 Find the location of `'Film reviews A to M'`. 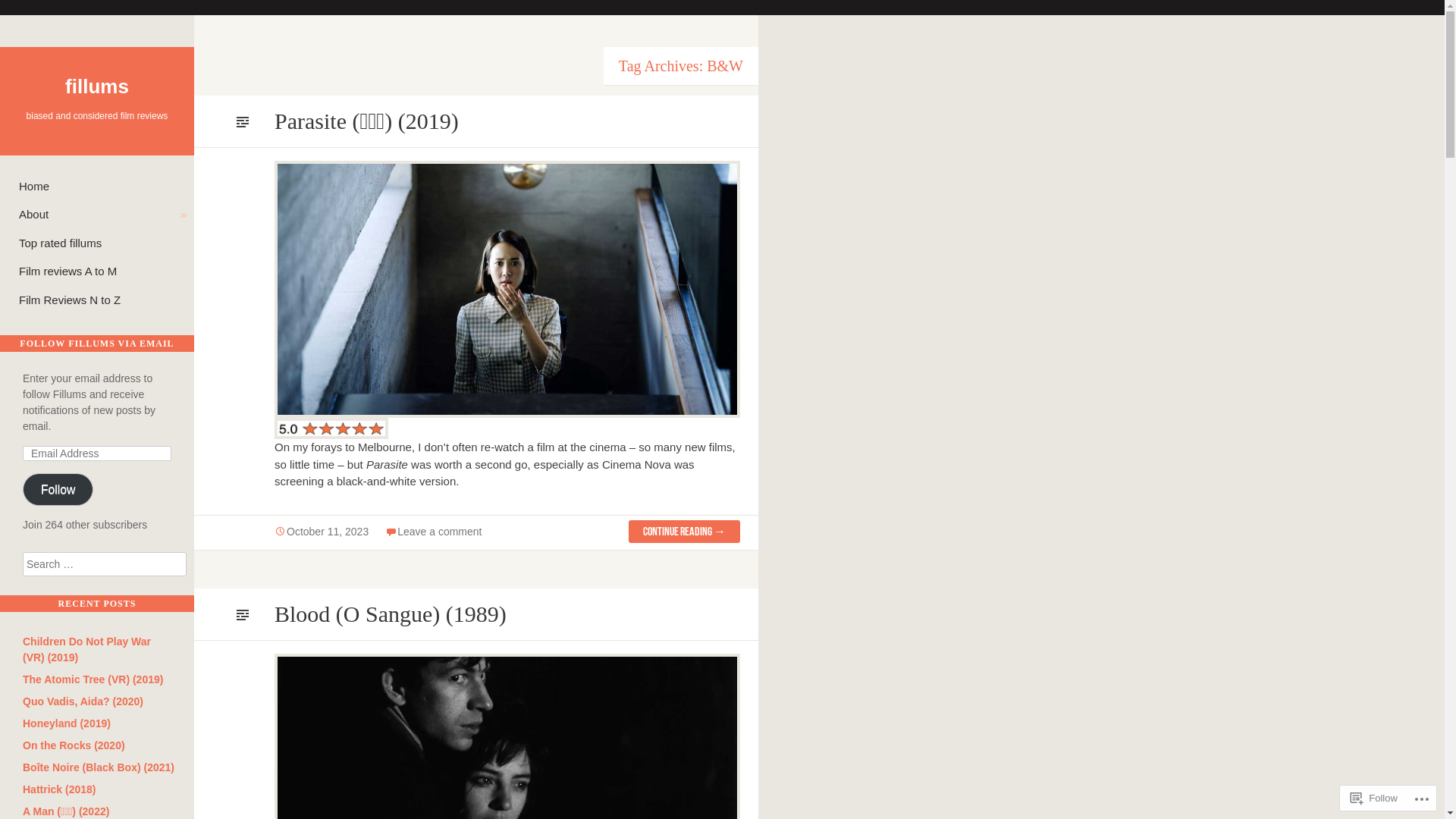

'Film reviews A to M' is located at coordinates (102, 271).